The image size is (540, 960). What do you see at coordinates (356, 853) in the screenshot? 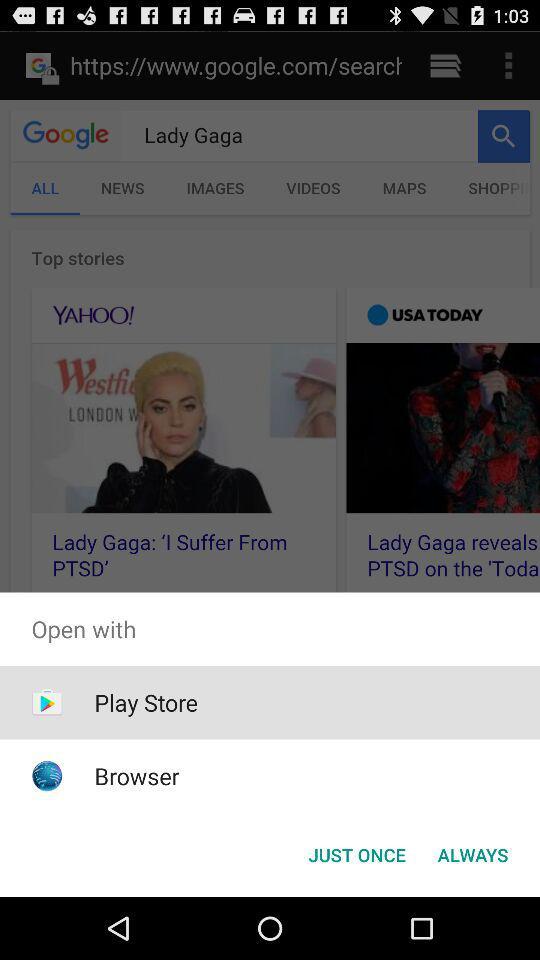
I see `just once button` at bounding box center [356, 853].